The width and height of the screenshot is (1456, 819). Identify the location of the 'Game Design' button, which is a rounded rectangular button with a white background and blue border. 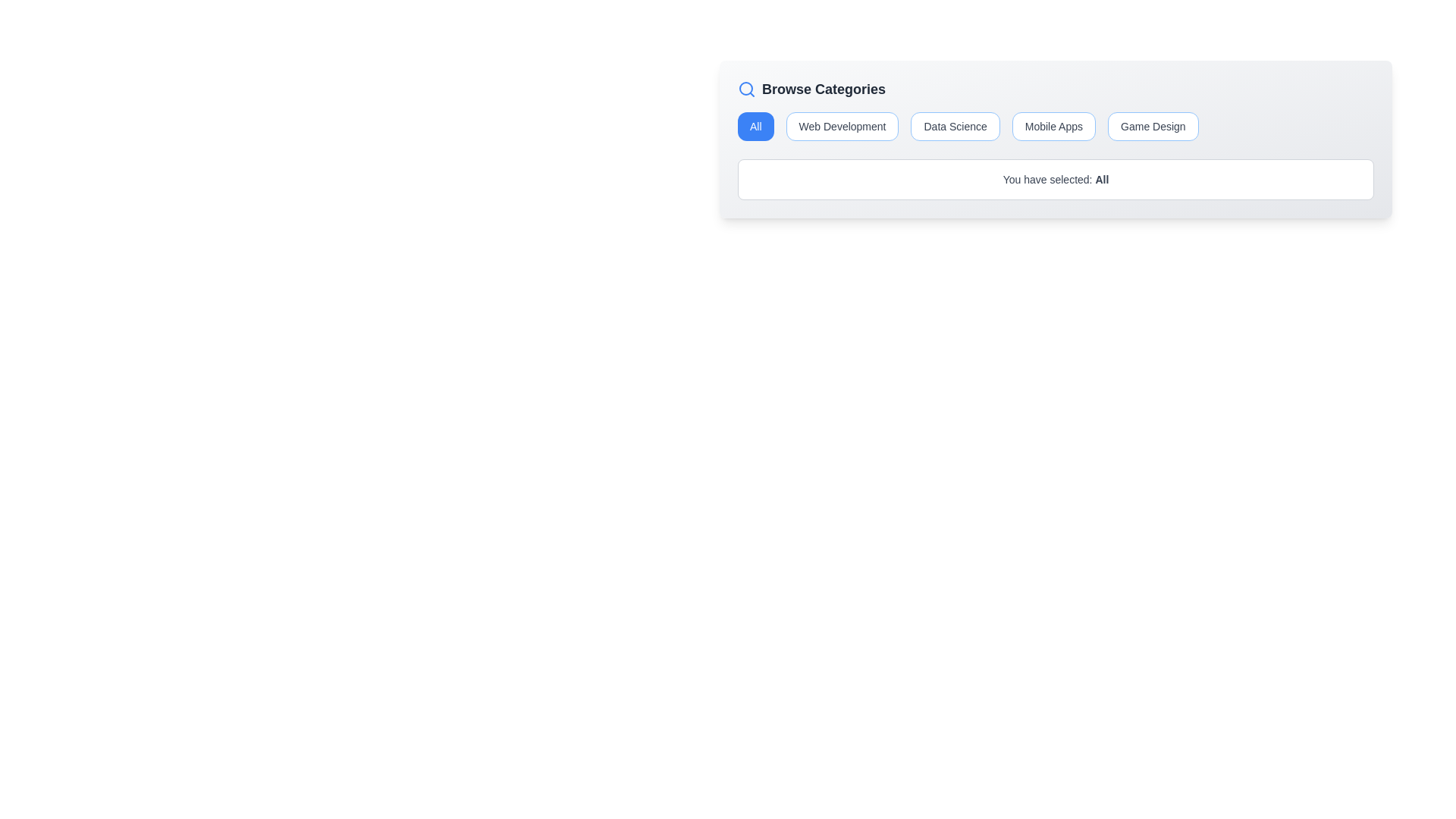
(1153, 125).